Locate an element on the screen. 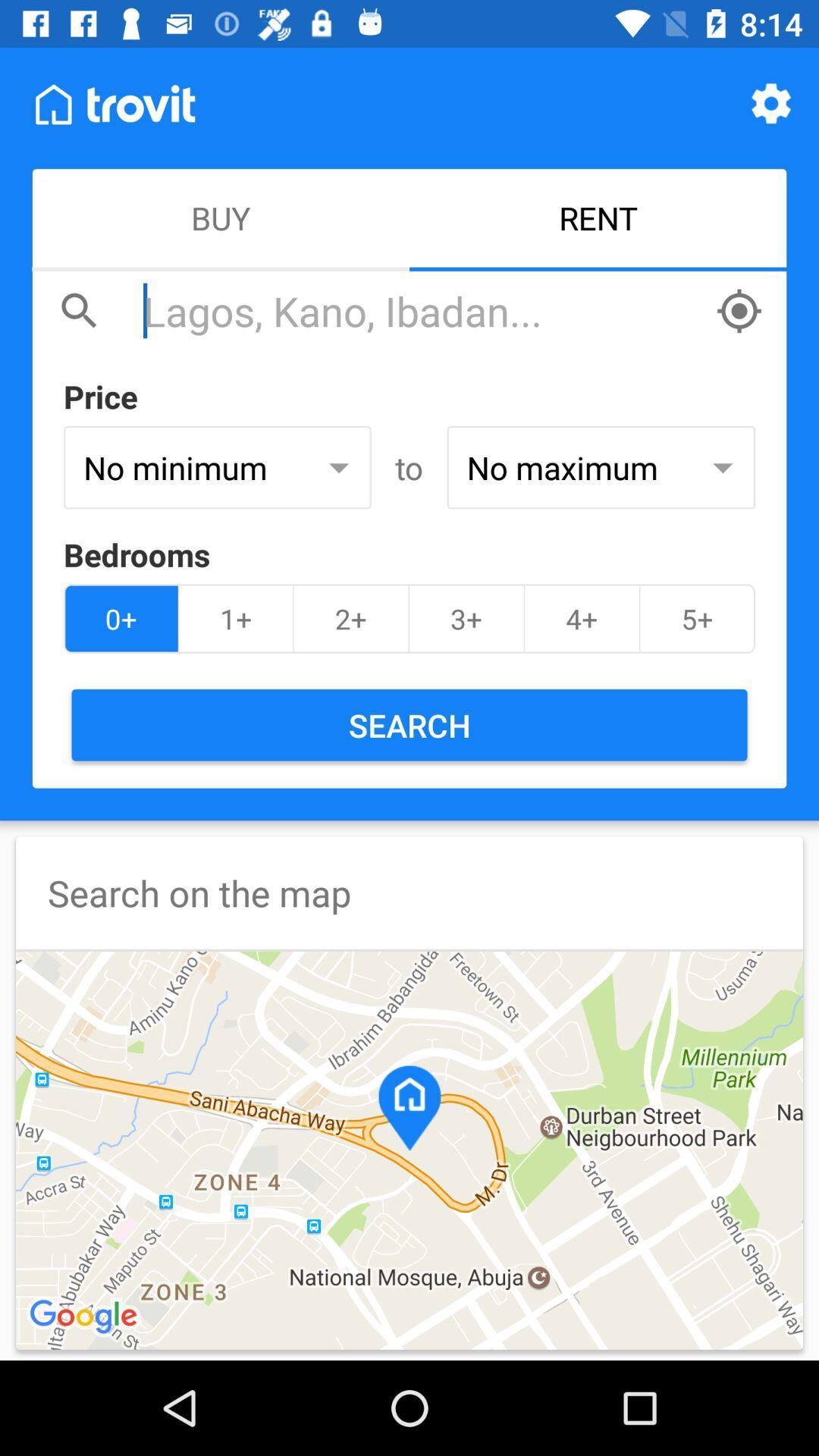 The image size is (819, 1456). a search for any location in the app is located at coordinates (421, 310).